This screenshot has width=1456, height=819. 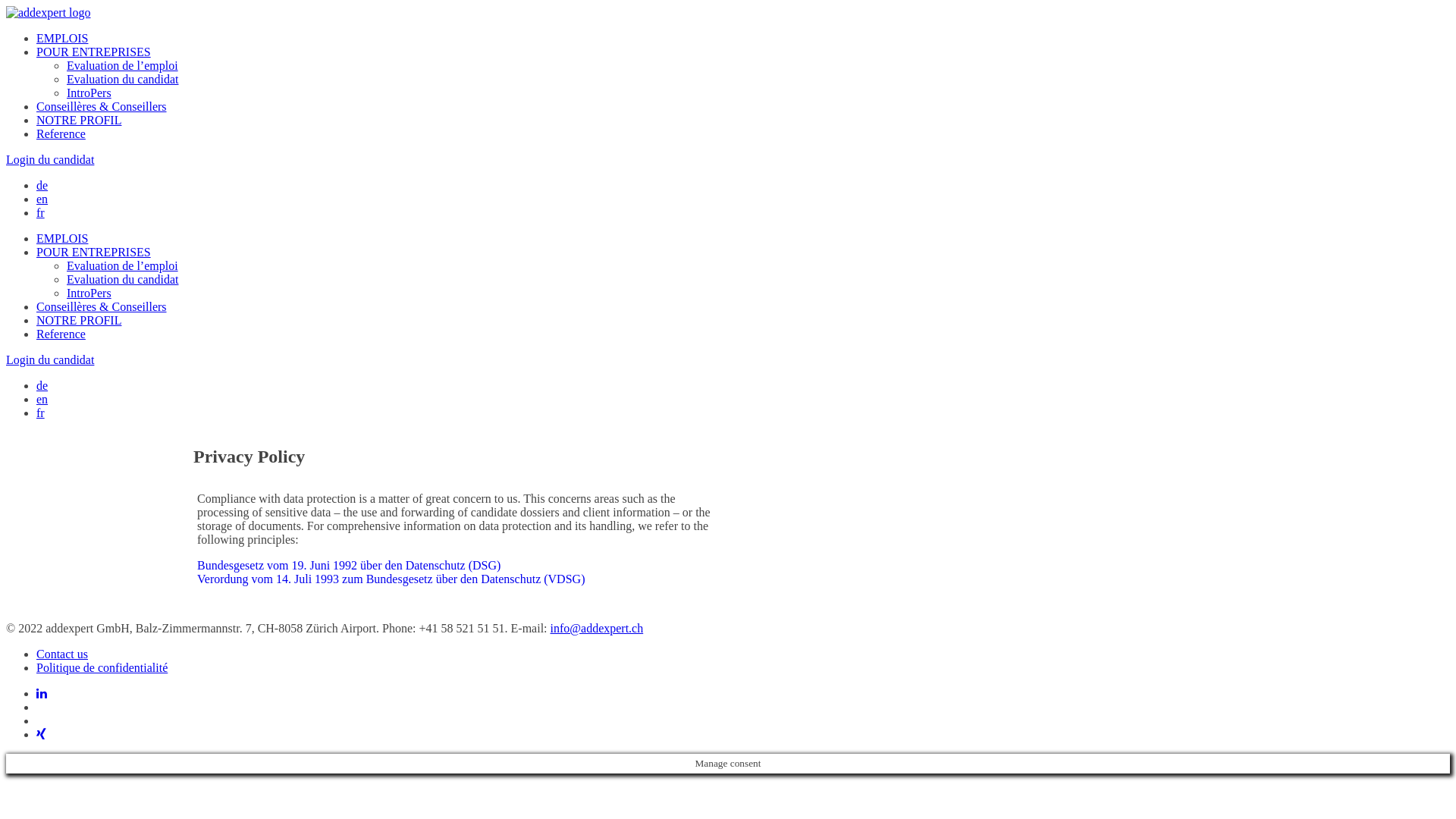 What do you see at coordinates (42, 198) in the screenshot?
I see `'en'` at bounding box center [42, 198].